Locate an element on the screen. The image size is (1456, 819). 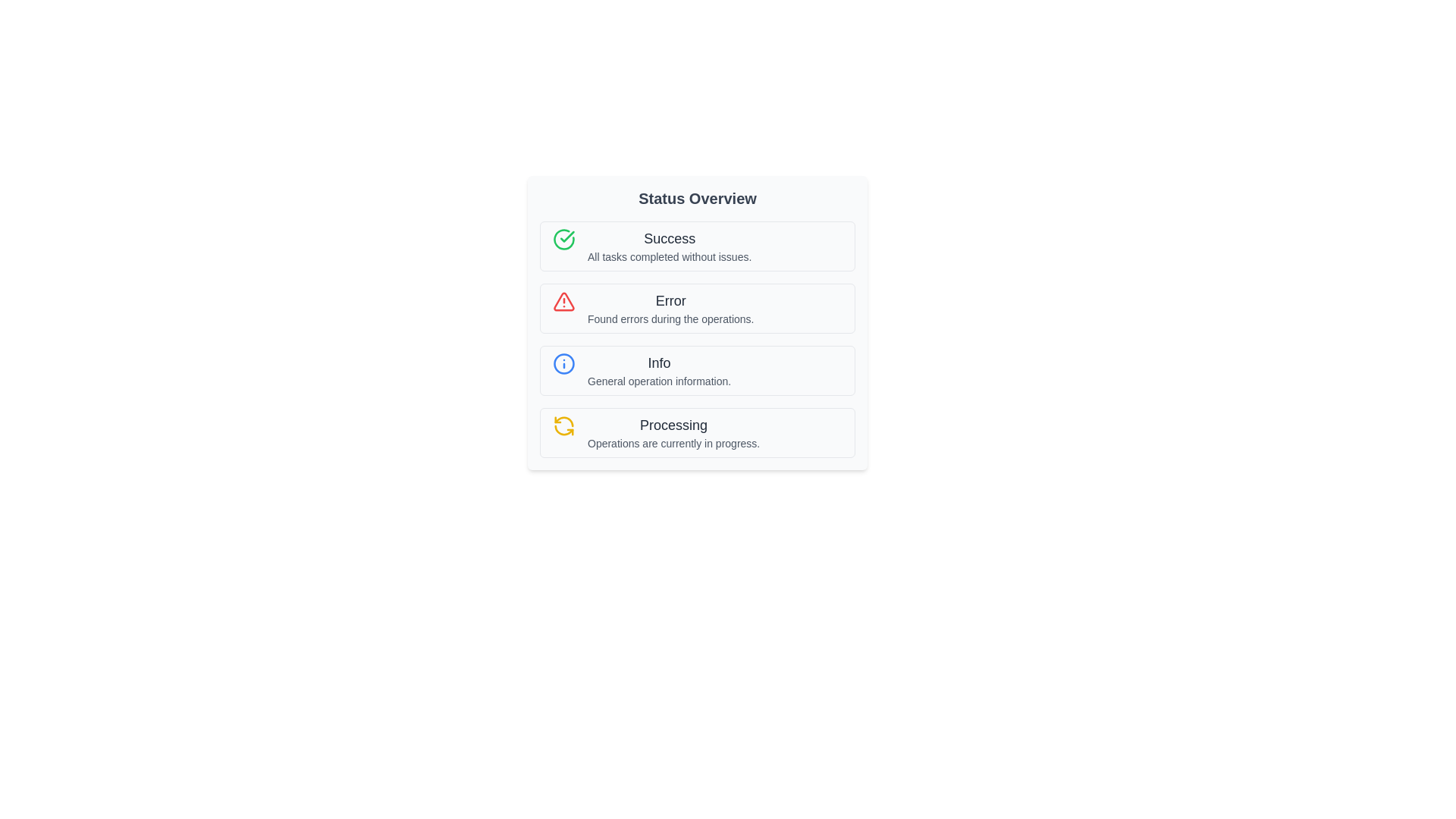
the green circular icon with a checkmark in the center, located to the left of the 'Success' notification in the first section of the notification list is located at coordinates (563, 239).